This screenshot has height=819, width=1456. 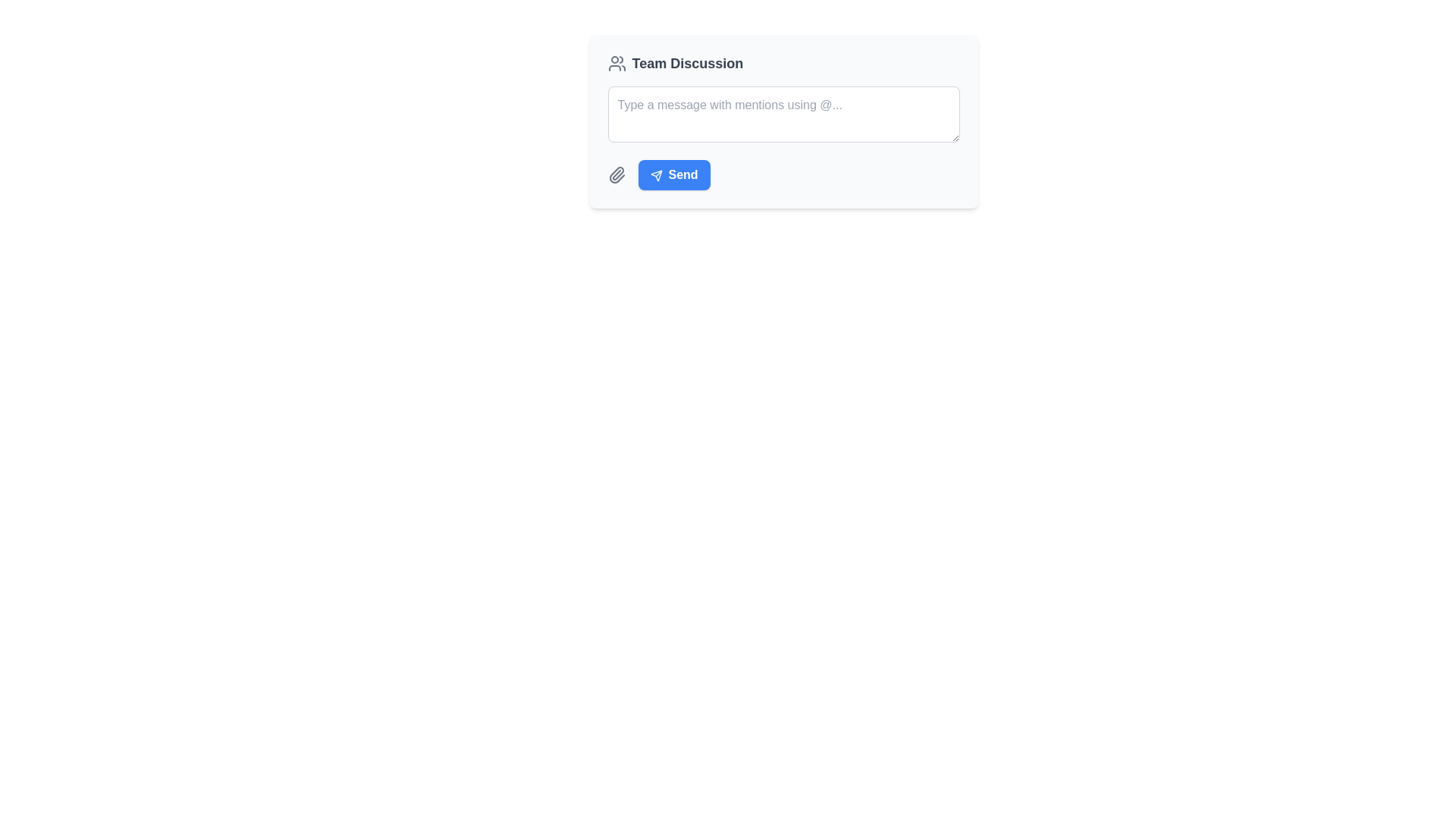 What do you see at coordinates (673, 174) in the screenshot?
I see `the blue 'Send' button with a white arrow icon` at bounding box center [673, 174].